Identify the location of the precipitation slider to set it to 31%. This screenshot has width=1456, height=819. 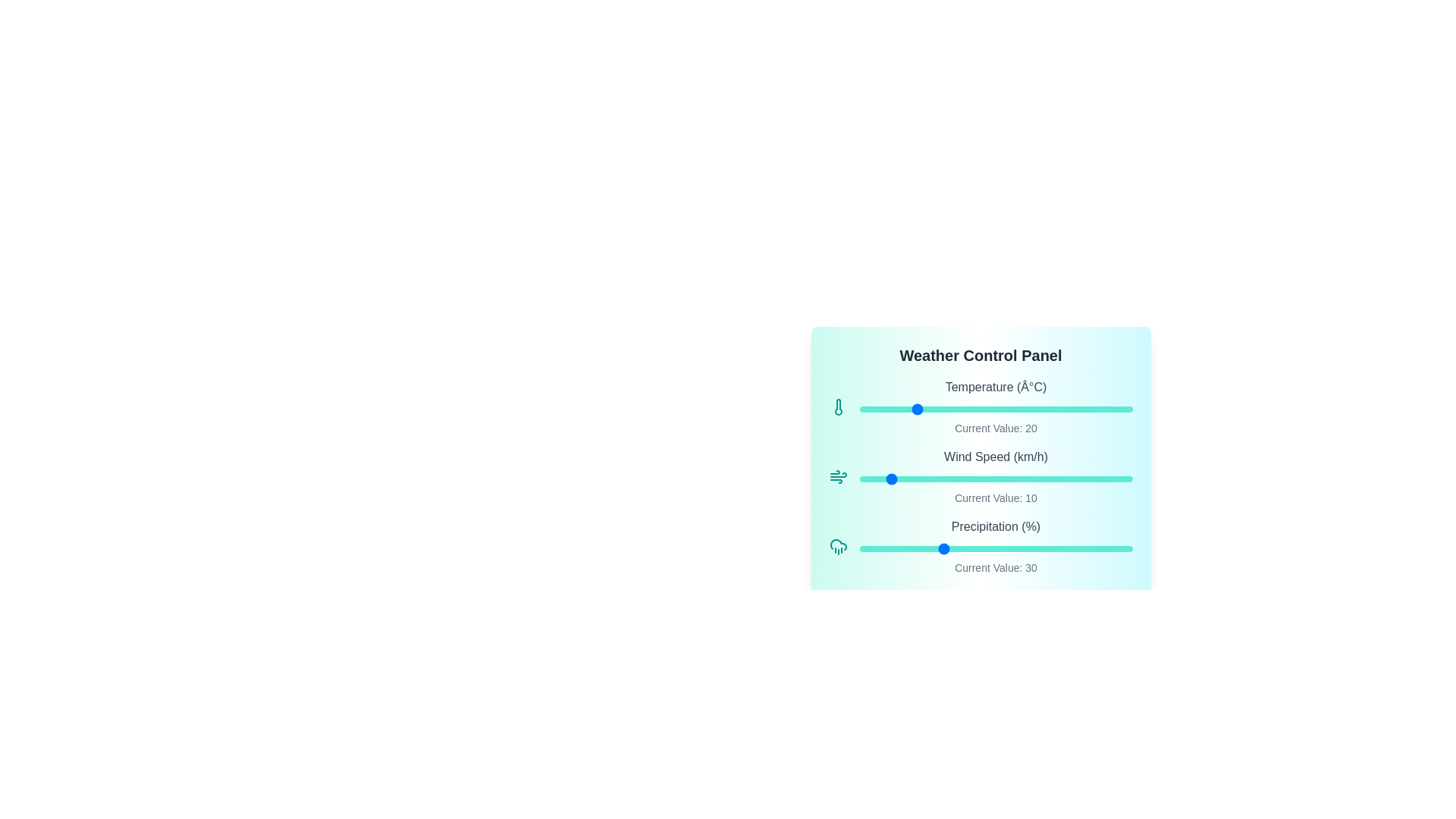
(943, 549).